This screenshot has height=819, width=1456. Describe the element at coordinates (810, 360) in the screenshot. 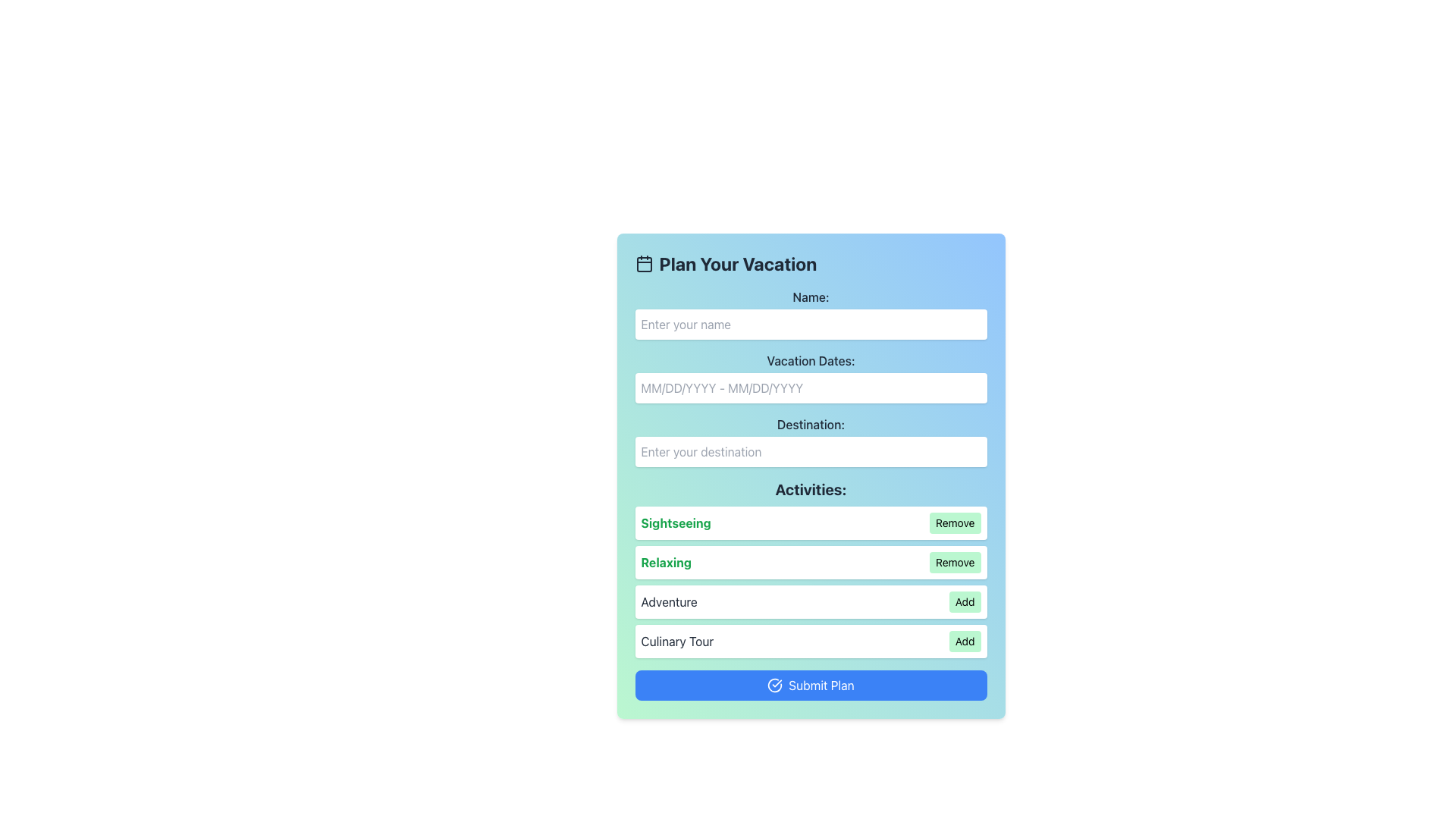

I see `the descriptive label for the date range input, which is positioned directly above the vacation dates input field in the form layout` at that location.